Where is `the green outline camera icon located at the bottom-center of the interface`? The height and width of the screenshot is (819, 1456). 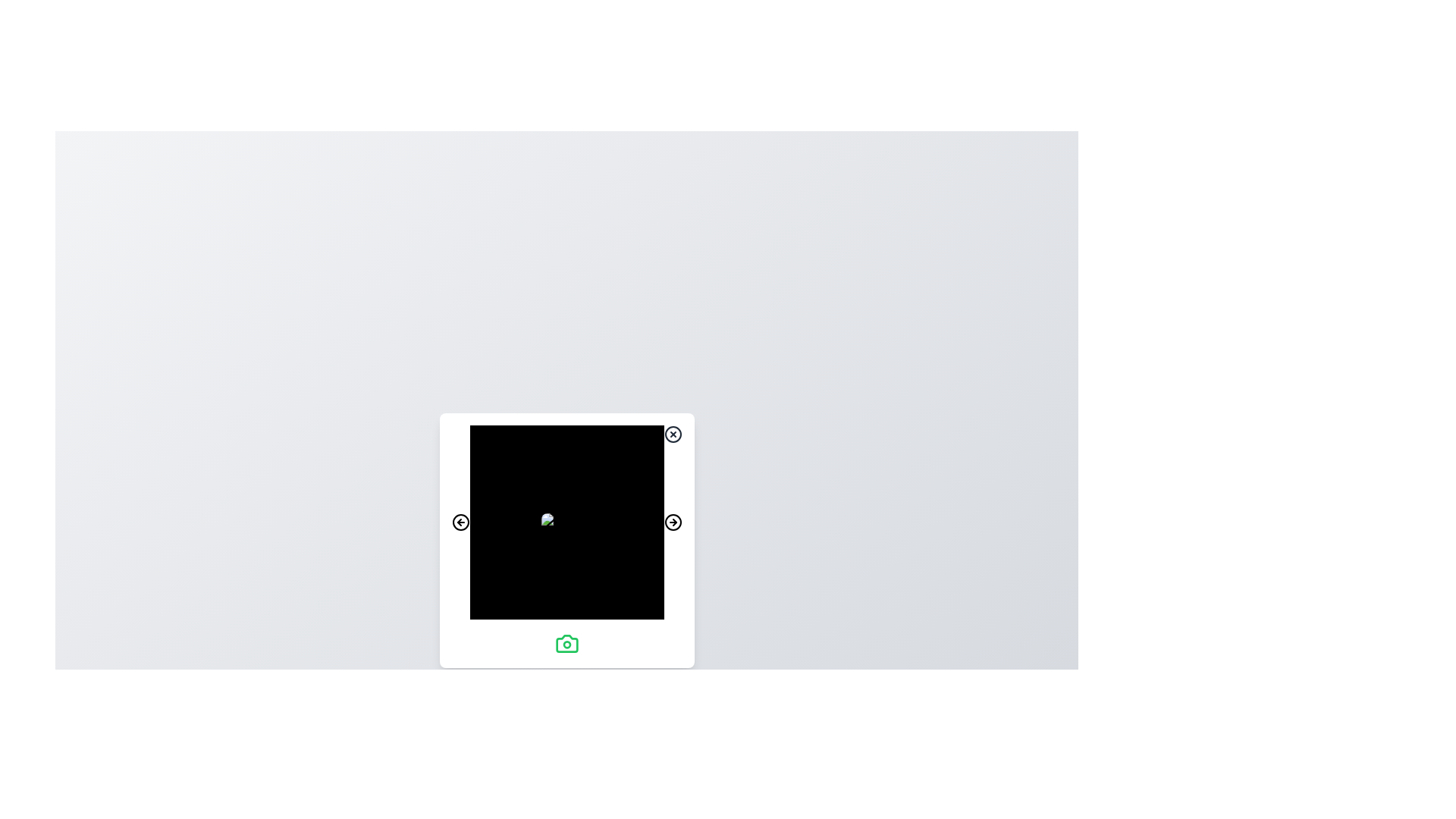 the green outline camera icon located at the bottom-center of the interface is located at coordinates (566, 643).